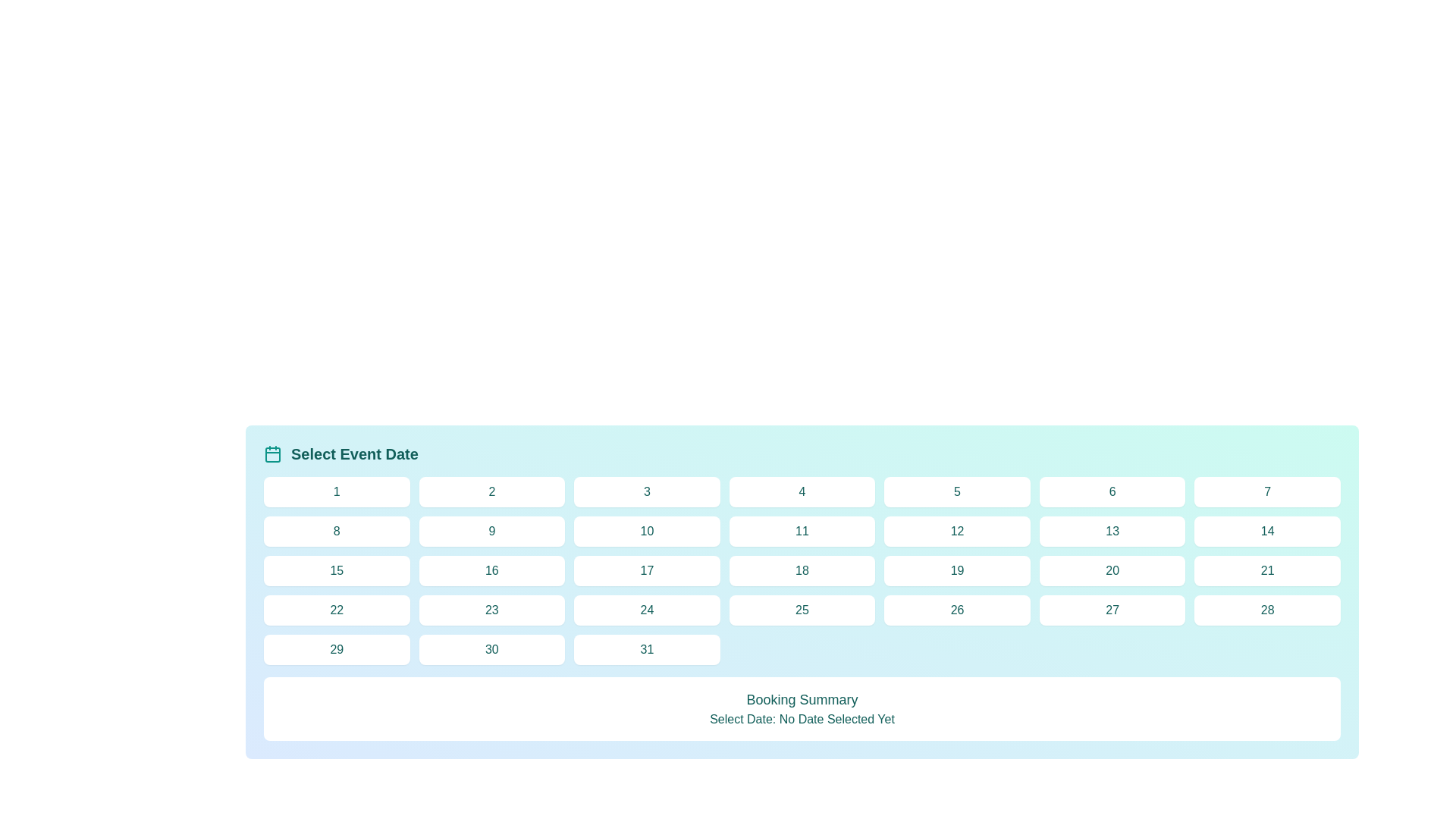 This screenshot has height=819, width=1456. Describe the element at coordinates (956, 570) in the screenshot. I see `the rounded rectangular button with white background and teal-colored text '19'` at that location.